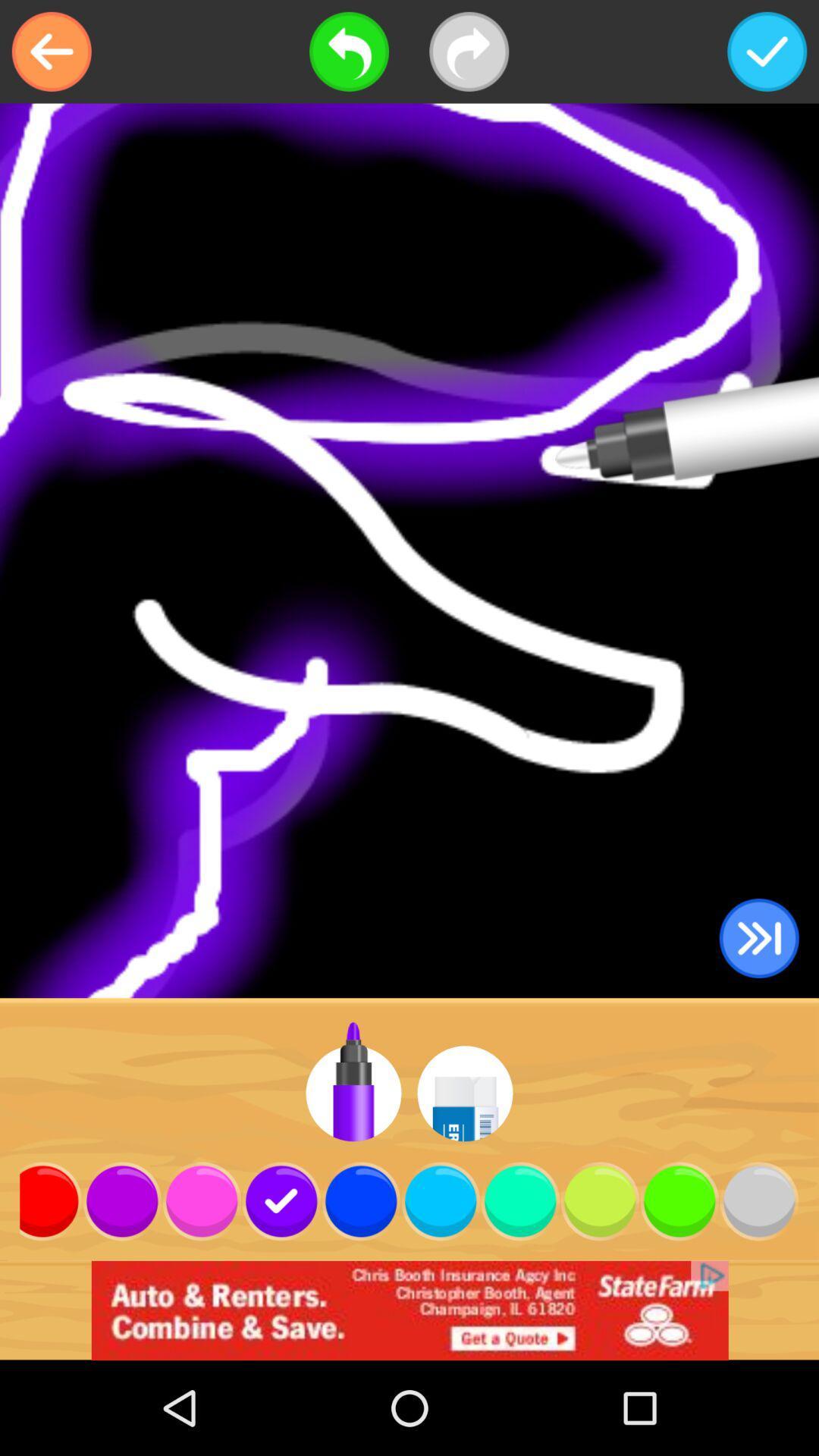  I want to click on redo last action, so click(468, 52).